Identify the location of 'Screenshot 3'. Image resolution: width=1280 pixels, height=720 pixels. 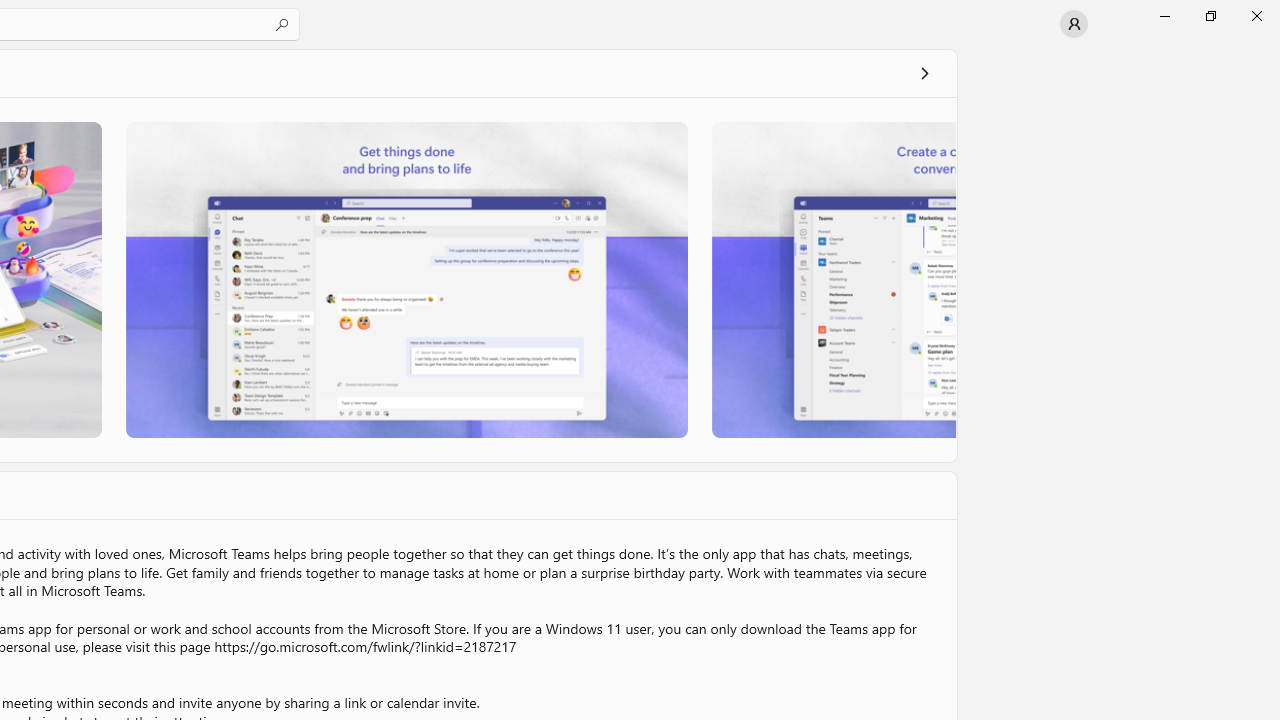
(833, 279).